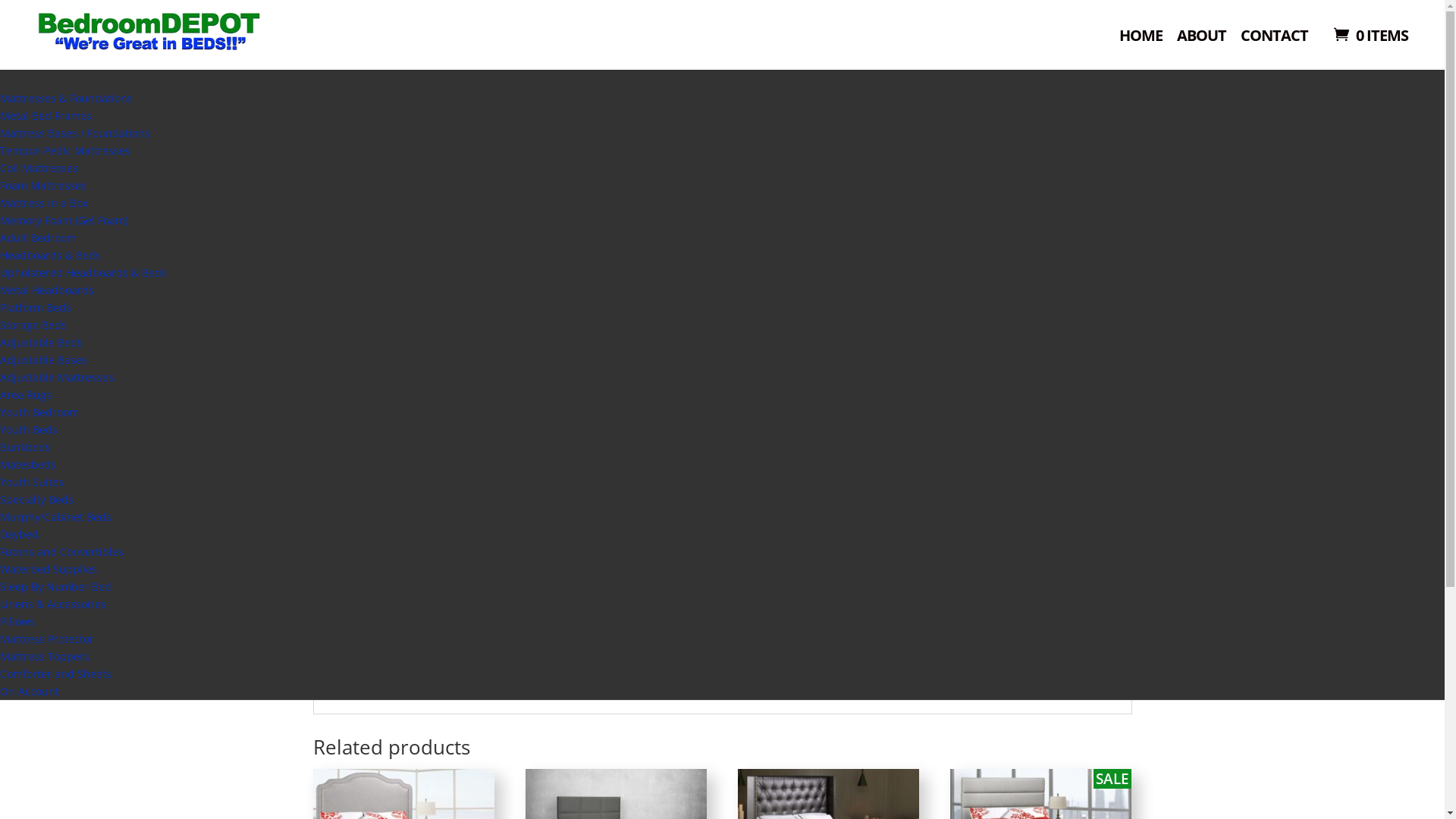  I want to click on 'Mattress Protector', so click(0, 639).